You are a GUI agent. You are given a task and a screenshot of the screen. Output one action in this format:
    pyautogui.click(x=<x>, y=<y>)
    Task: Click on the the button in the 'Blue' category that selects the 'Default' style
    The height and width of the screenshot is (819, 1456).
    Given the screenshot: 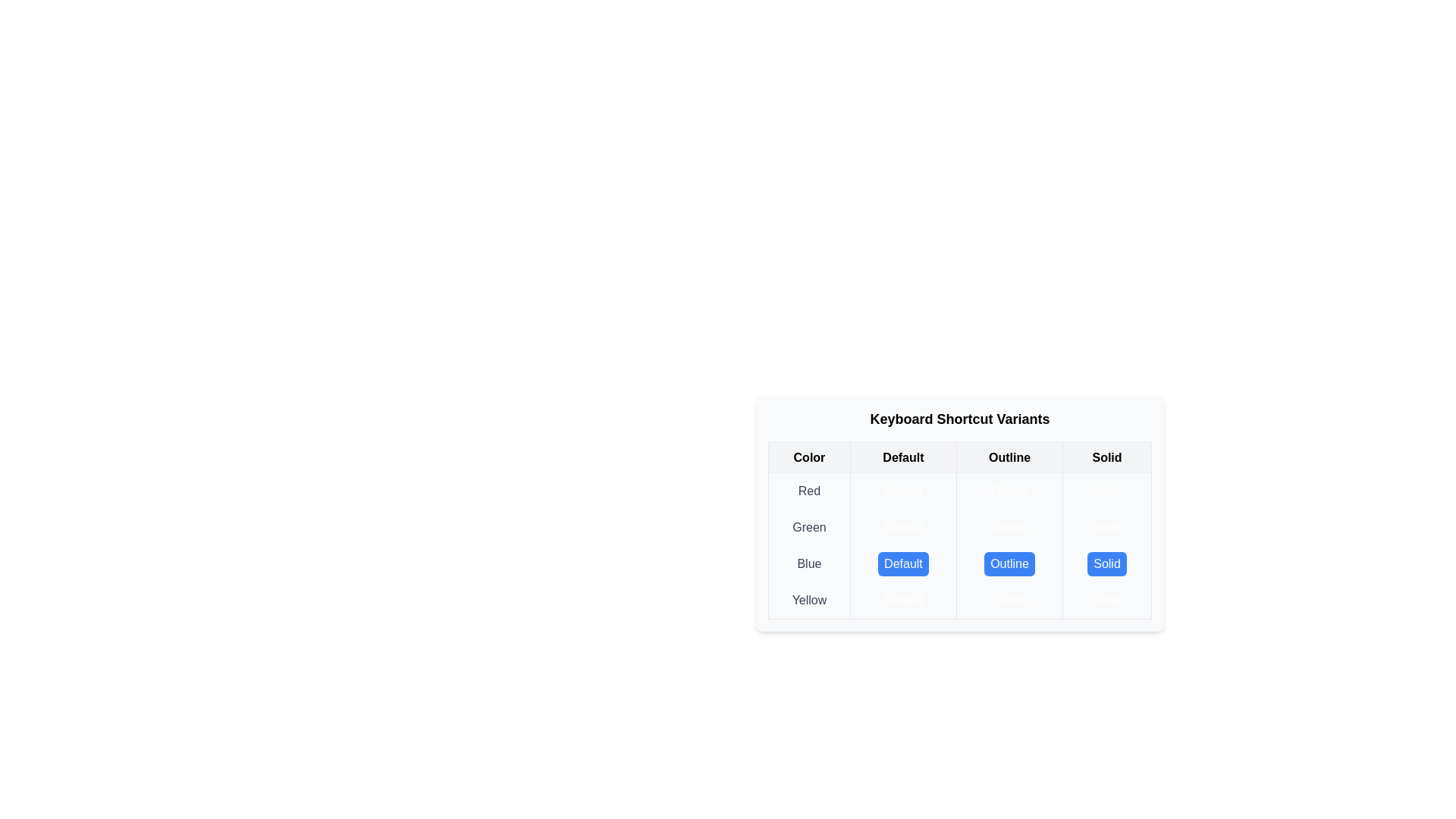 What is the action you would take?
    pyautogui.click(x=903, y=564)
    